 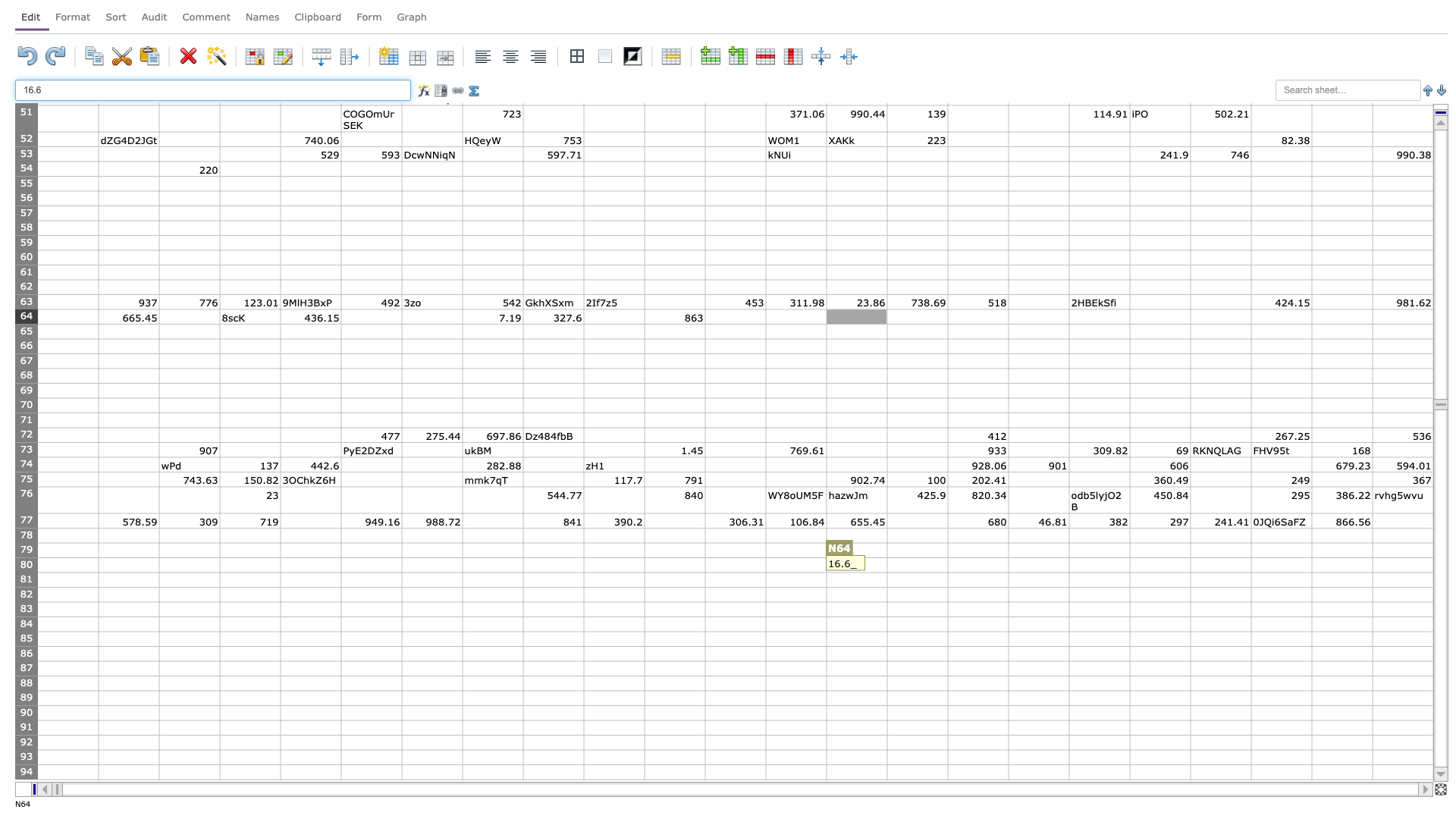 What do you see at coordinates (887, 557) in the screenshot?
I see `top left corner of O80` at bounding box center [887, 557].